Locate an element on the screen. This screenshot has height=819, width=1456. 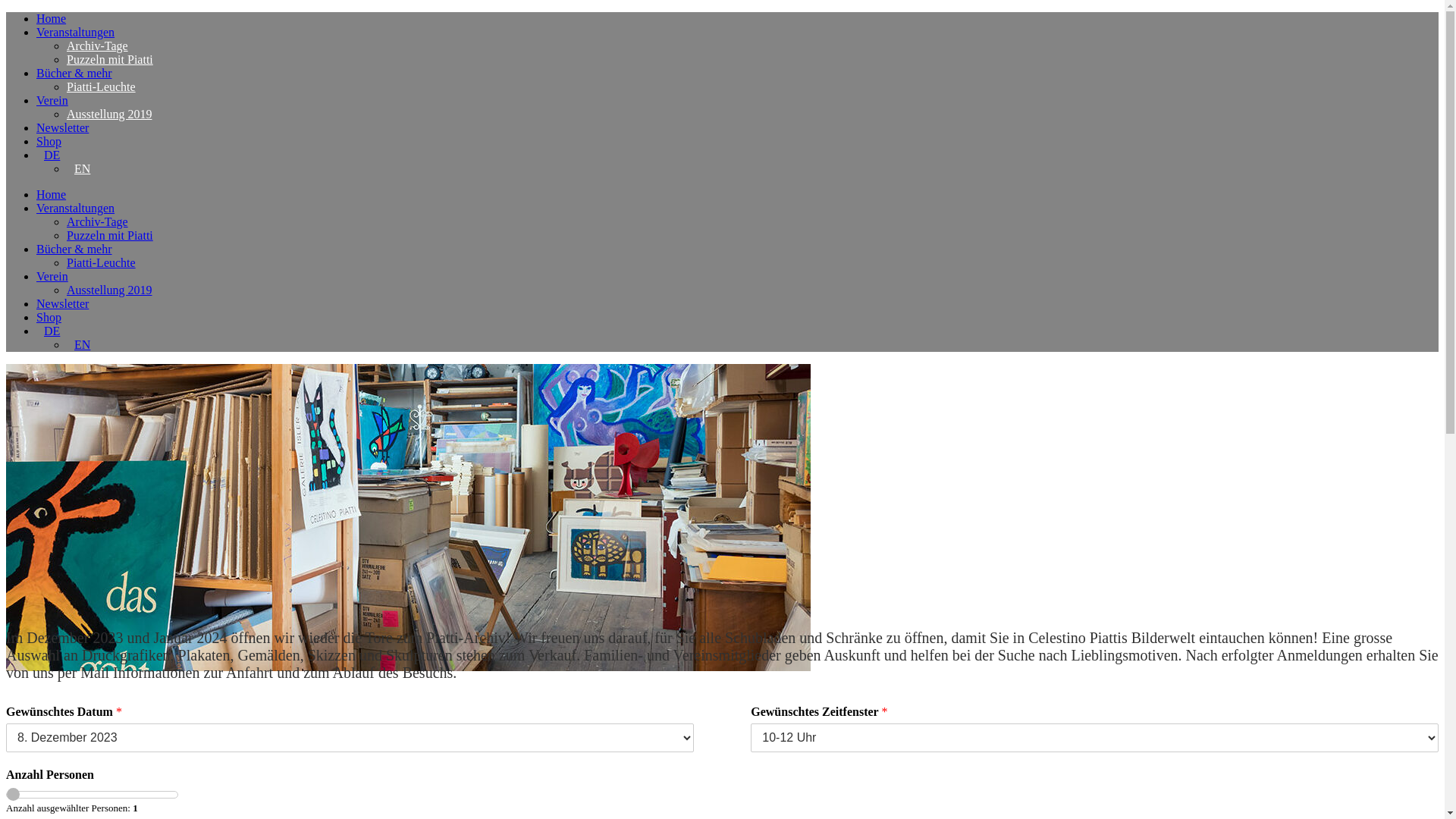
'Newsletter' is located at coordinates (61, 127).